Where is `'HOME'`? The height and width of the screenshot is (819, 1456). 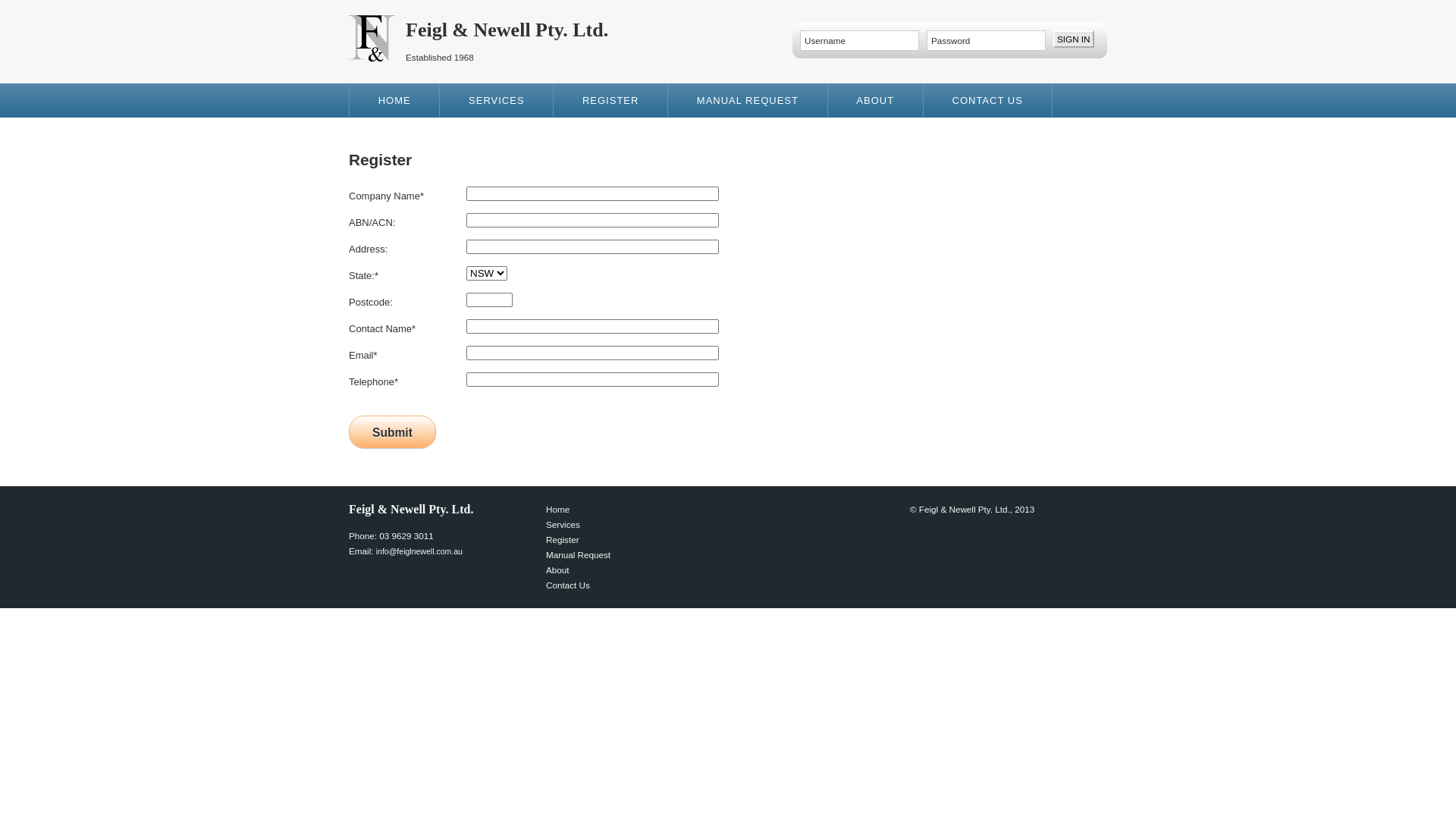 'HOME' is located at coordinates (394, 99).